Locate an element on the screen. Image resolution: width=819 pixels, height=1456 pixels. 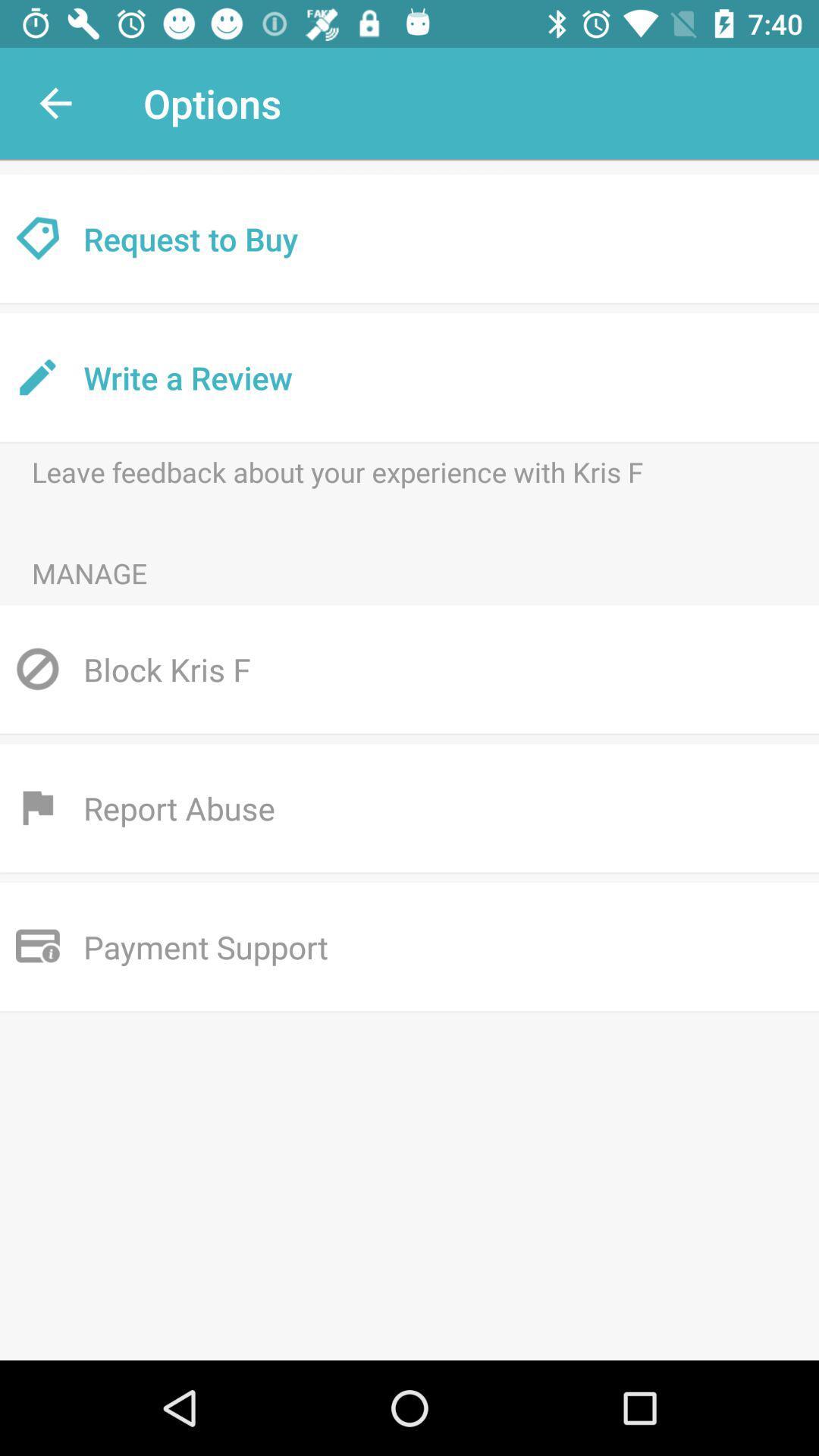
the app next to options item is located at coordinates (55, 102).